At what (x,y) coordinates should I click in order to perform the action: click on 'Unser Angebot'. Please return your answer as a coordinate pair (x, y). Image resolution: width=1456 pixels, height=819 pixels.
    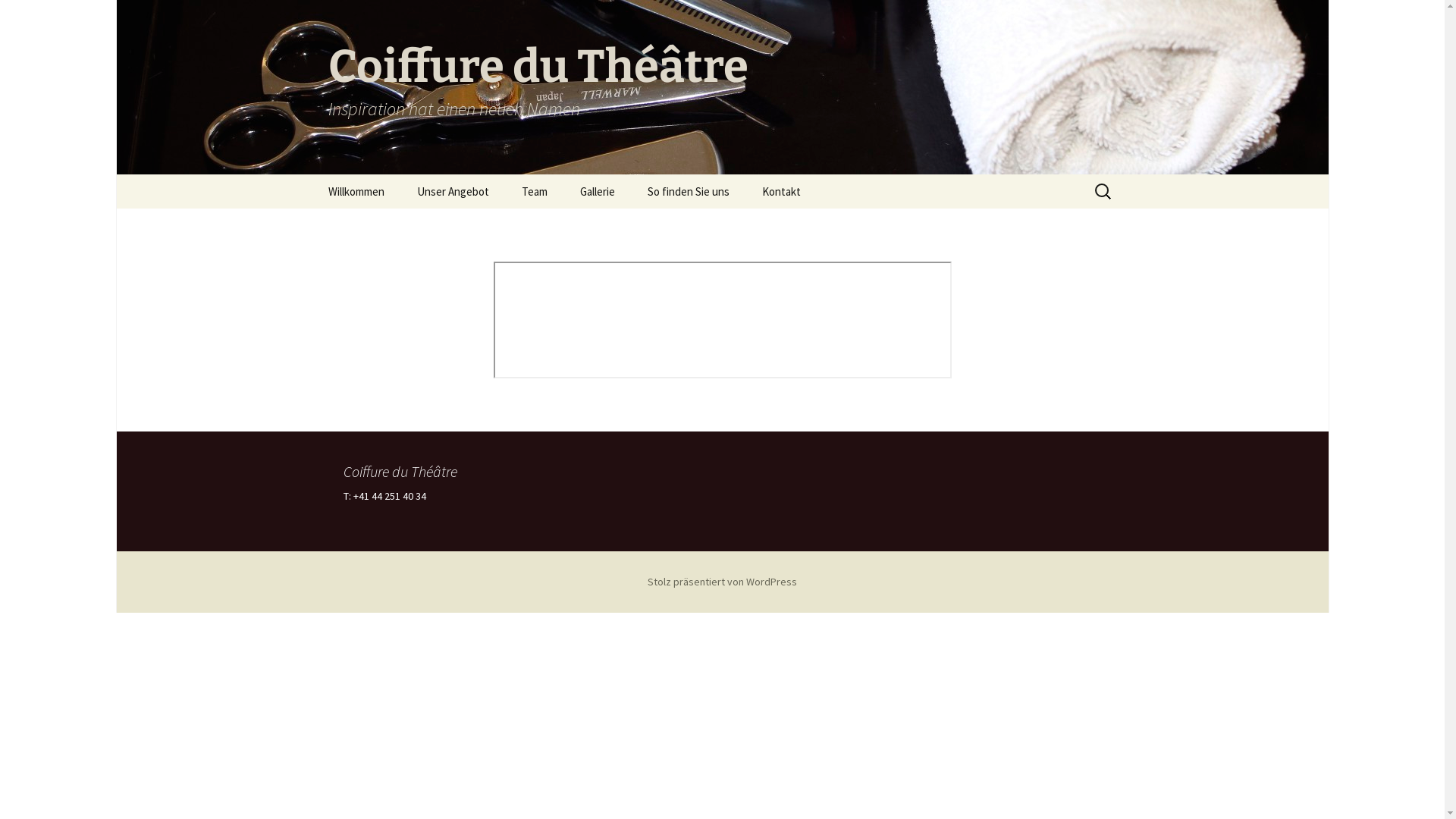
    Looking at the image, I should click on (401, 190).